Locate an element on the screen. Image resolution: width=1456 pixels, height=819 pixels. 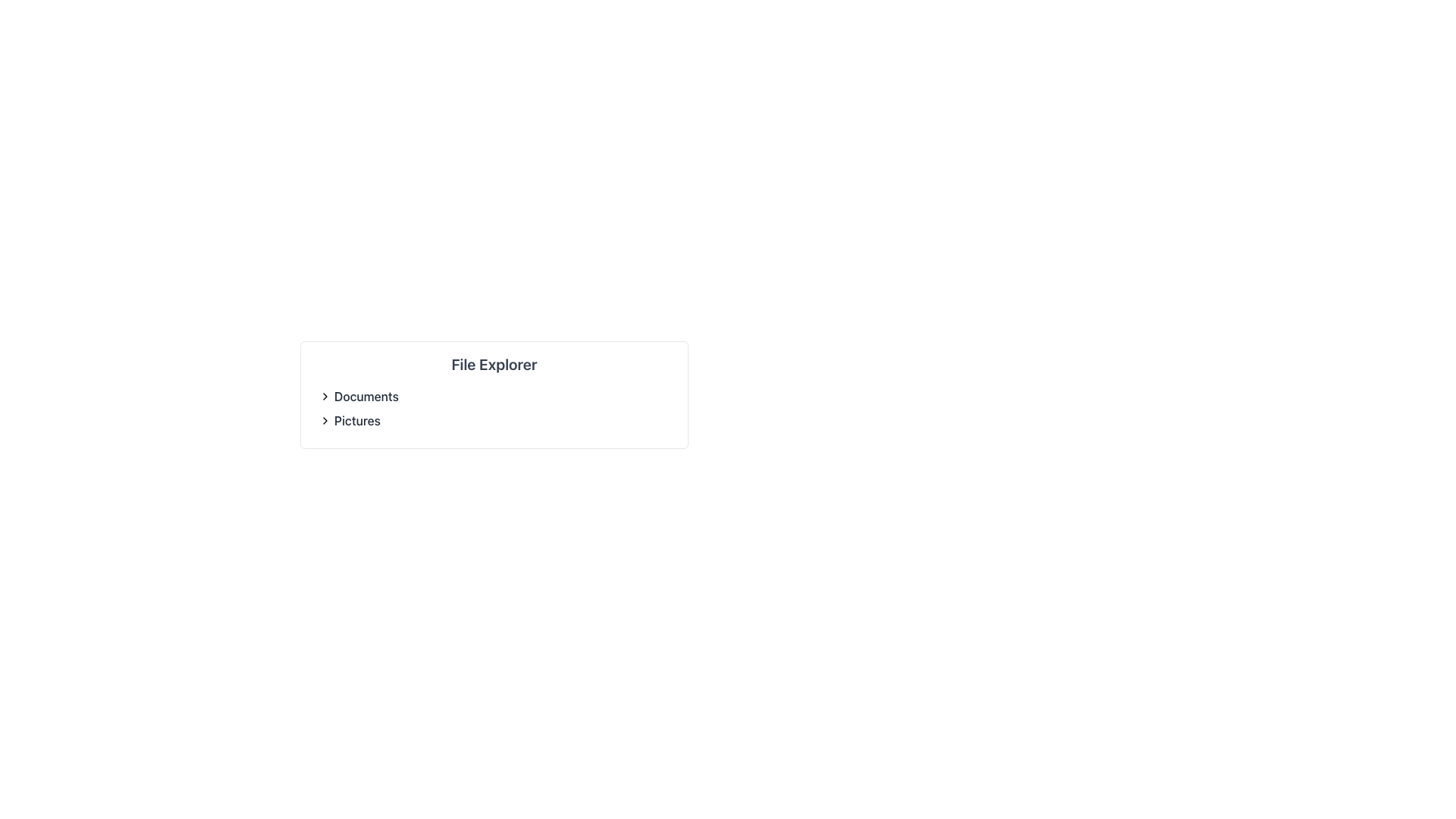
the chevron-right SVG icon located to the left of the 'Pictures' text label is located at coordinates (324, 421).